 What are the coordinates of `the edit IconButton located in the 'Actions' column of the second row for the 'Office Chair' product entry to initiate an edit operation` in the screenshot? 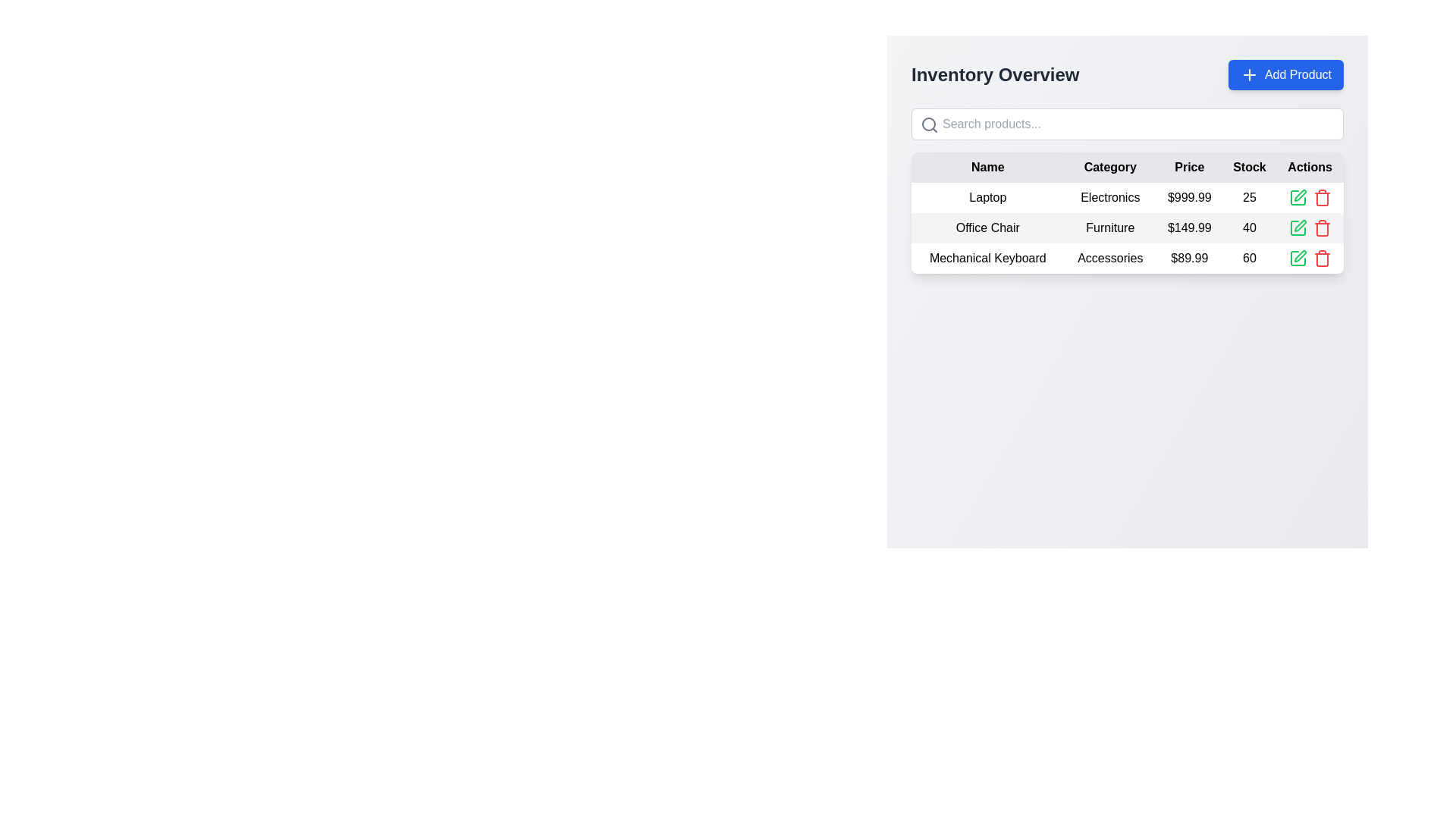 It's located at (1297, 227).